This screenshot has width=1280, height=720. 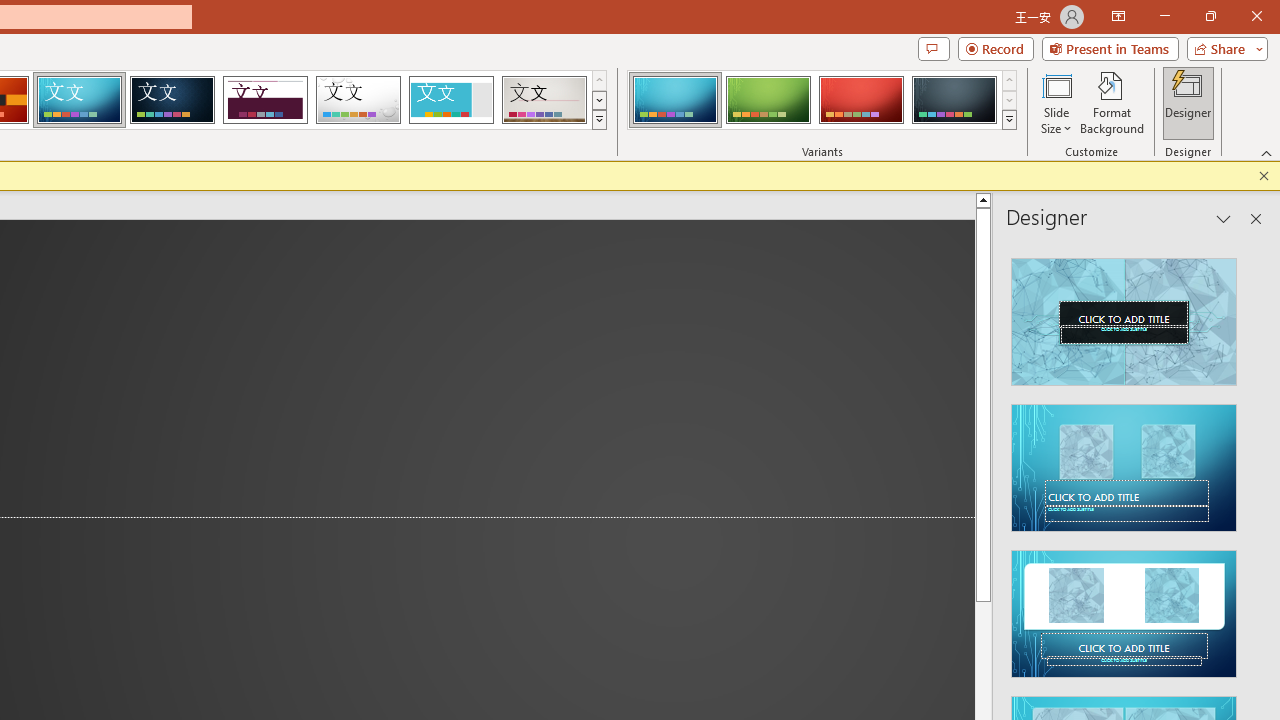 I want to click on 'Frame', so click(x=450, y=100).